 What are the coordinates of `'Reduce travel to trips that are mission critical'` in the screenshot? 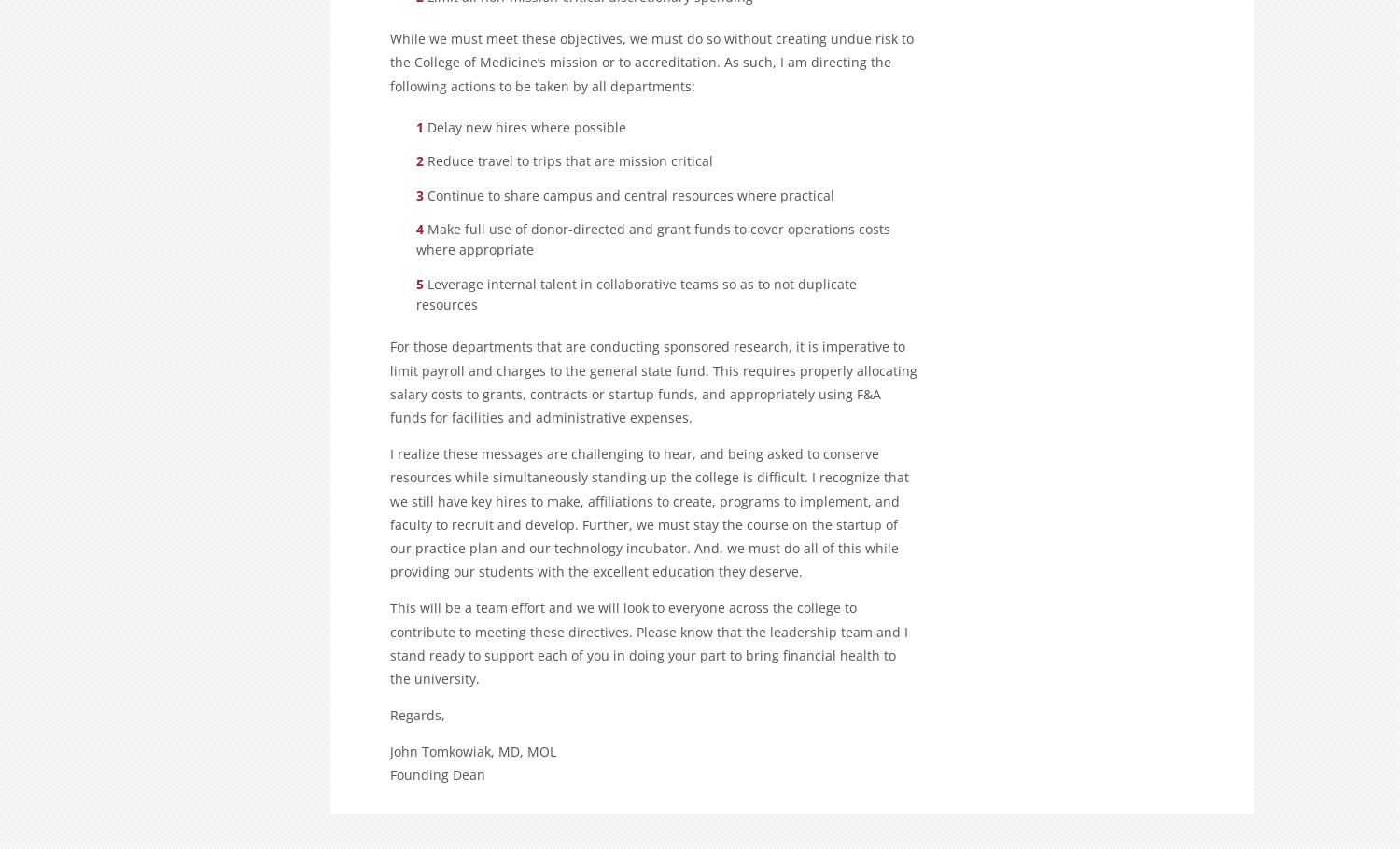 It's located at (568, 160).